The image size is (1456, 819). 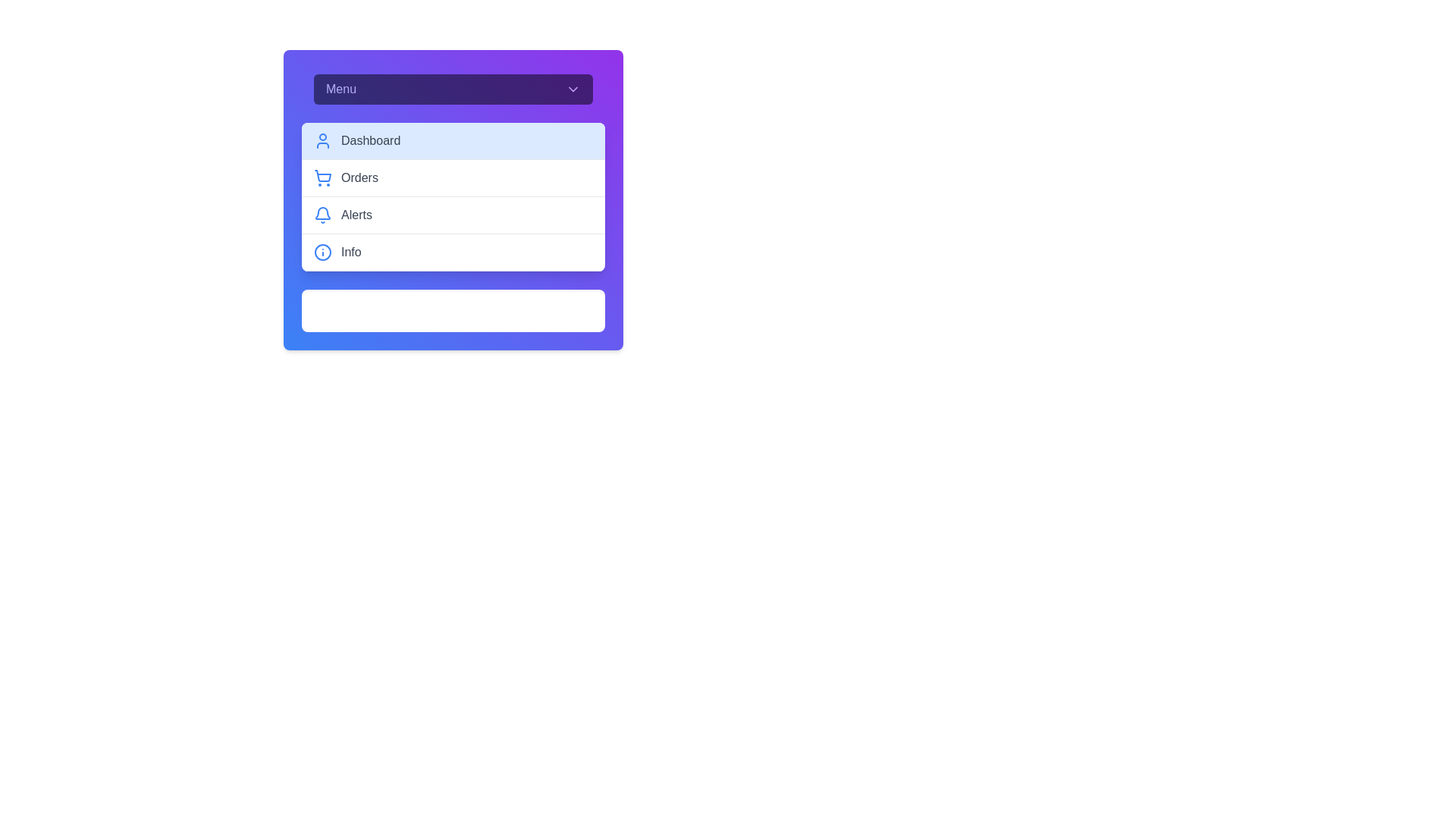 What do you see at coordinates (322, 213) in the screenshot?
I see `the lower part of the bell icon representing the notification or alert indicator associated with the 'Alerts' menu item, which is aligned horizontally with its label in the purple-bordered menu box` at bounding box center [322, 213].